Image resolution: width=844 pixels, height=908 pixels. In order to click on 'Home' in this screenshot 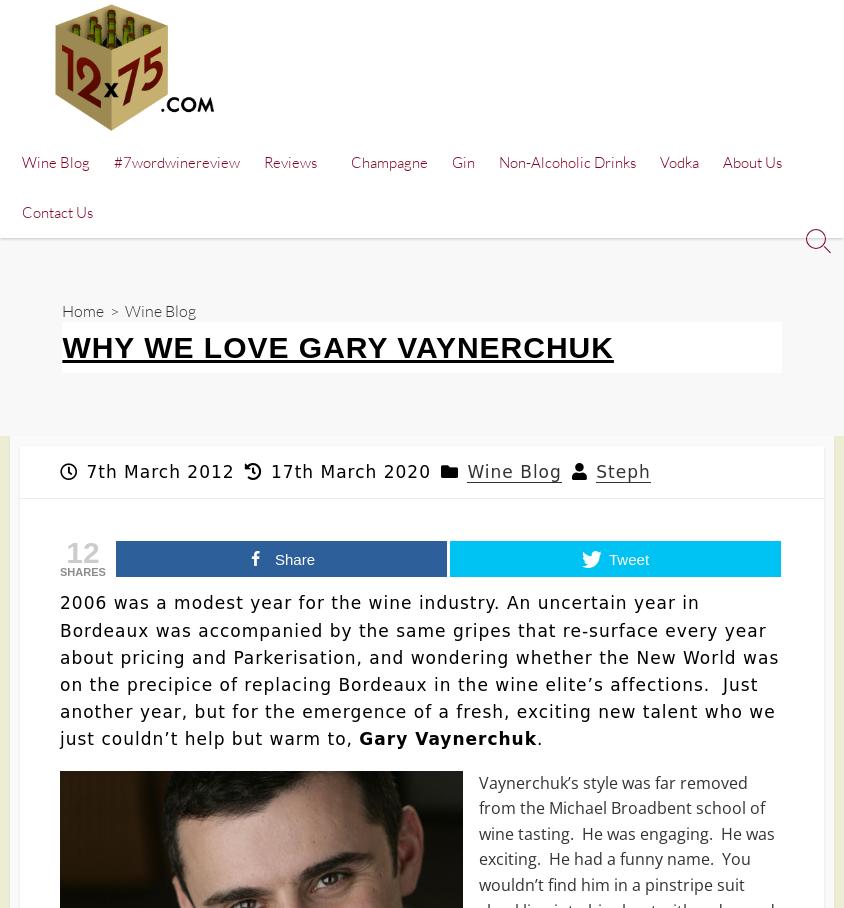, I will do `click(81, 308)`.